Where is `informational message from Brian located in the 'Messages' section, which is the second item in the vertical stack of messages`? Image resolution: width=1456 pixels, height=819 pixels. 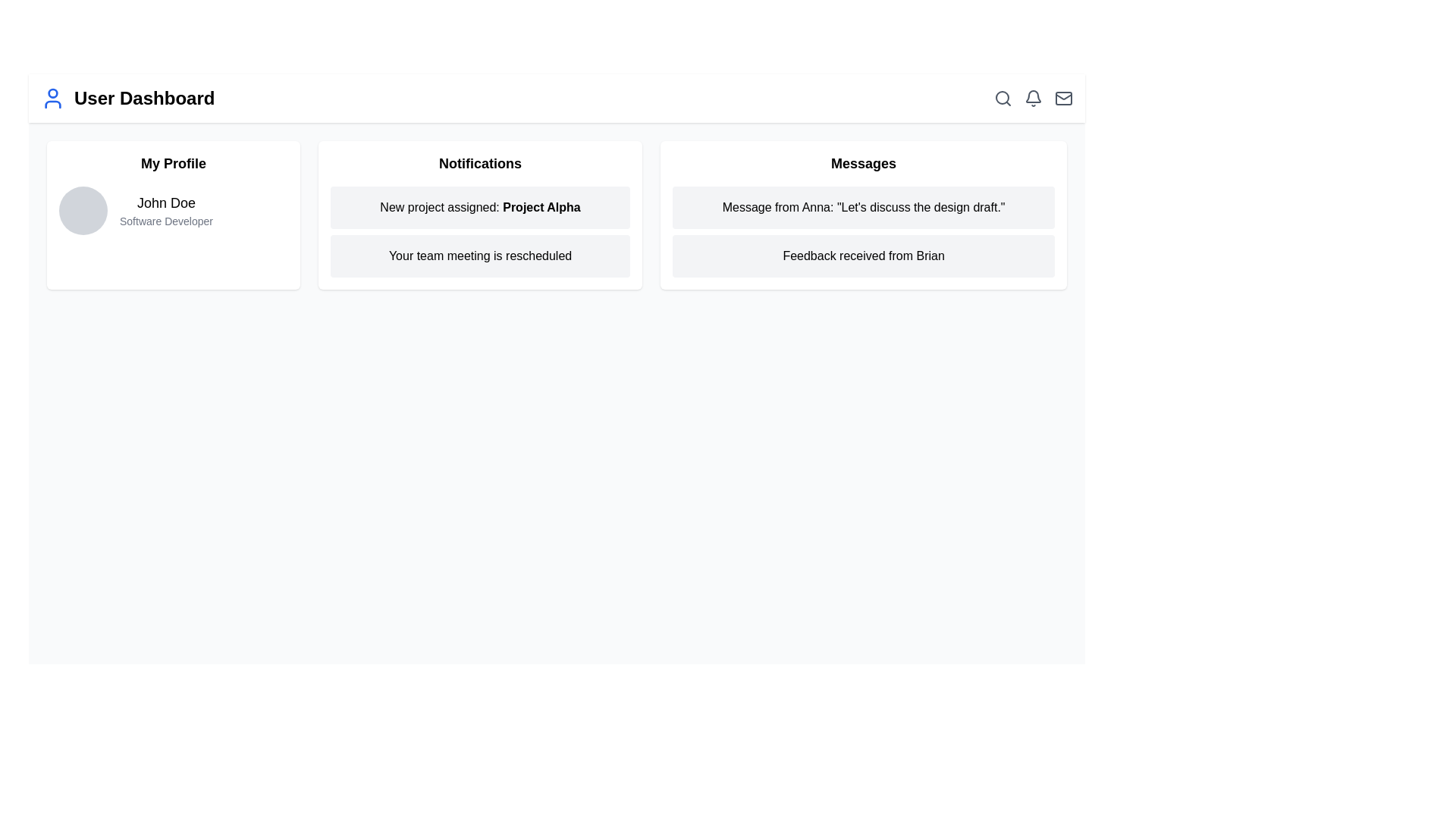
informational message from Brian located in the 'Messages' section, which is the second item in the vertical stack of messages is located at coordinates (864, 256).